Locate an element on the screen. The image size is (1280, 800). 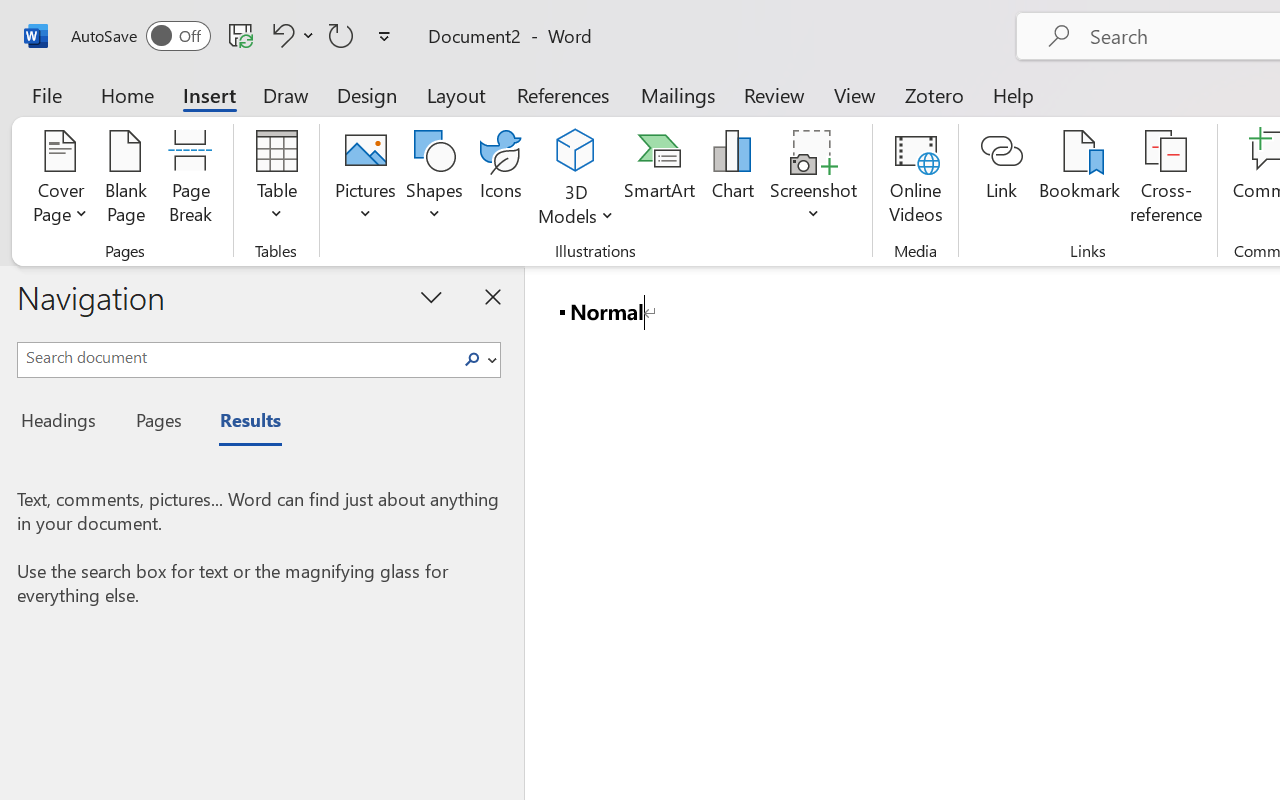
'3D Models' is located at coordinates (575, 151).